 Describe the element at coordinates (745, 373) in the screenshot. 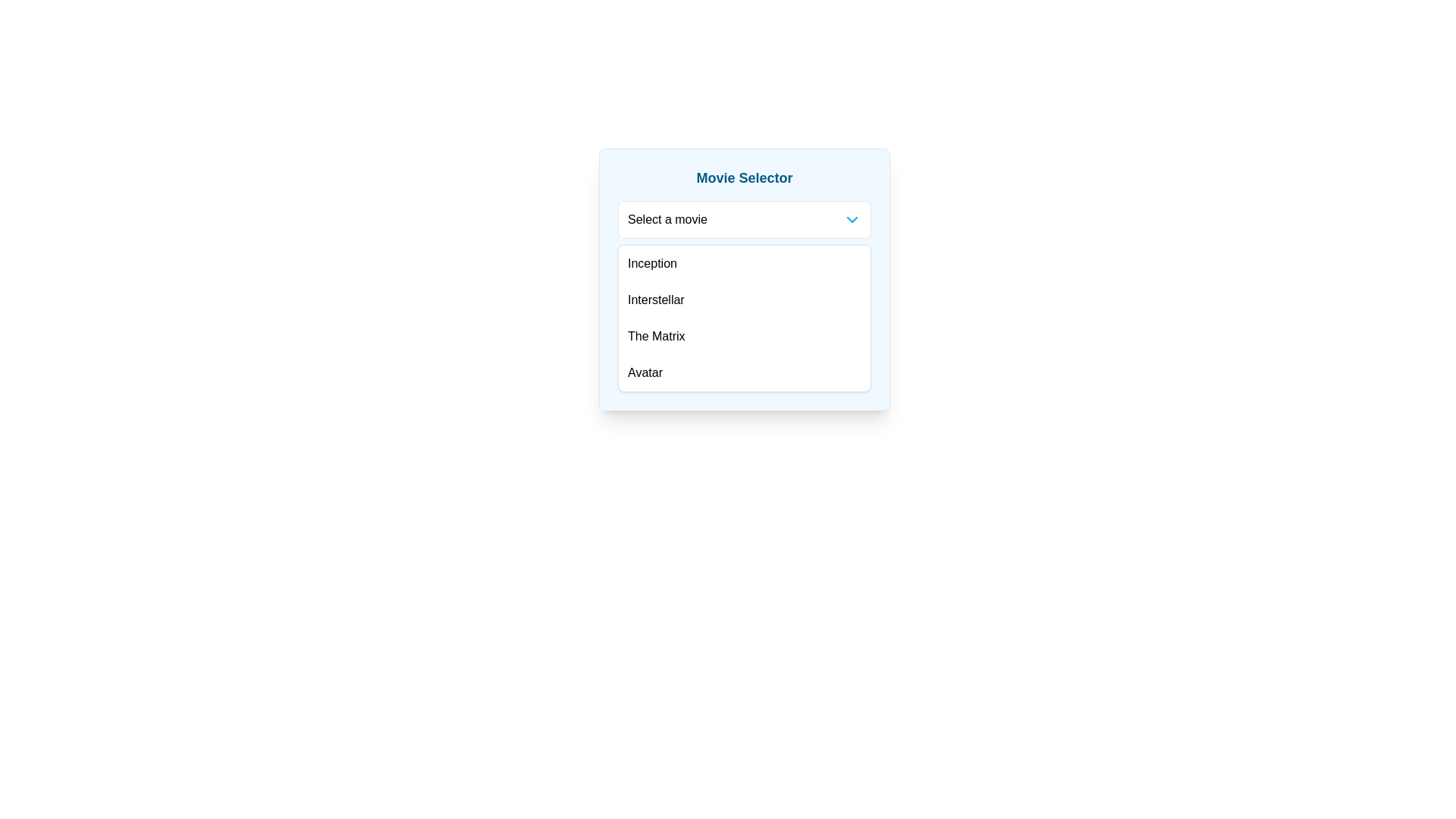

I see `the 'Avatar' option in the dropdown menu` at that location.